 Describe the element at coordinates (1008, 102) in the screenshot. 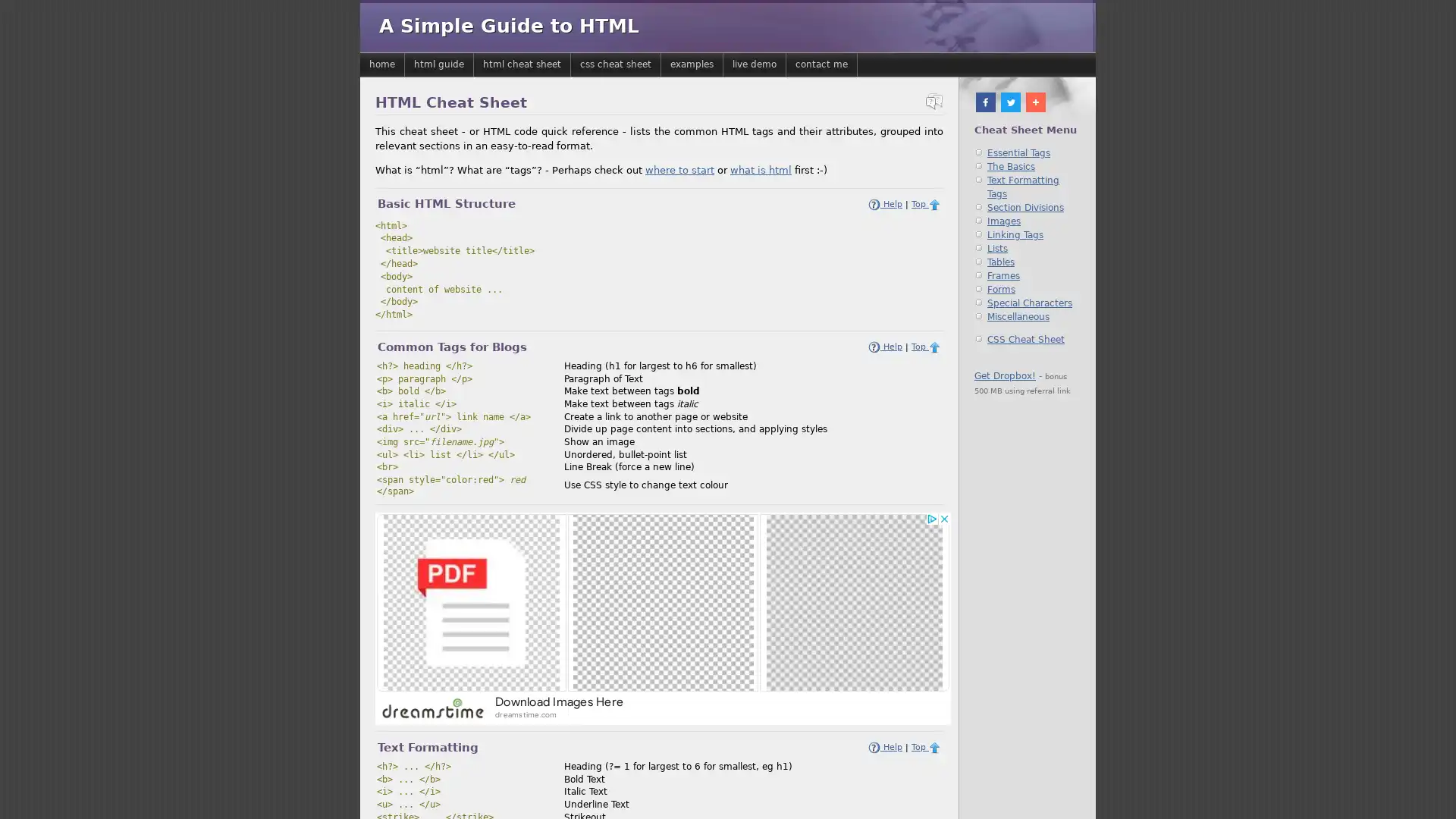

I see `Share to Twitter` at that location.